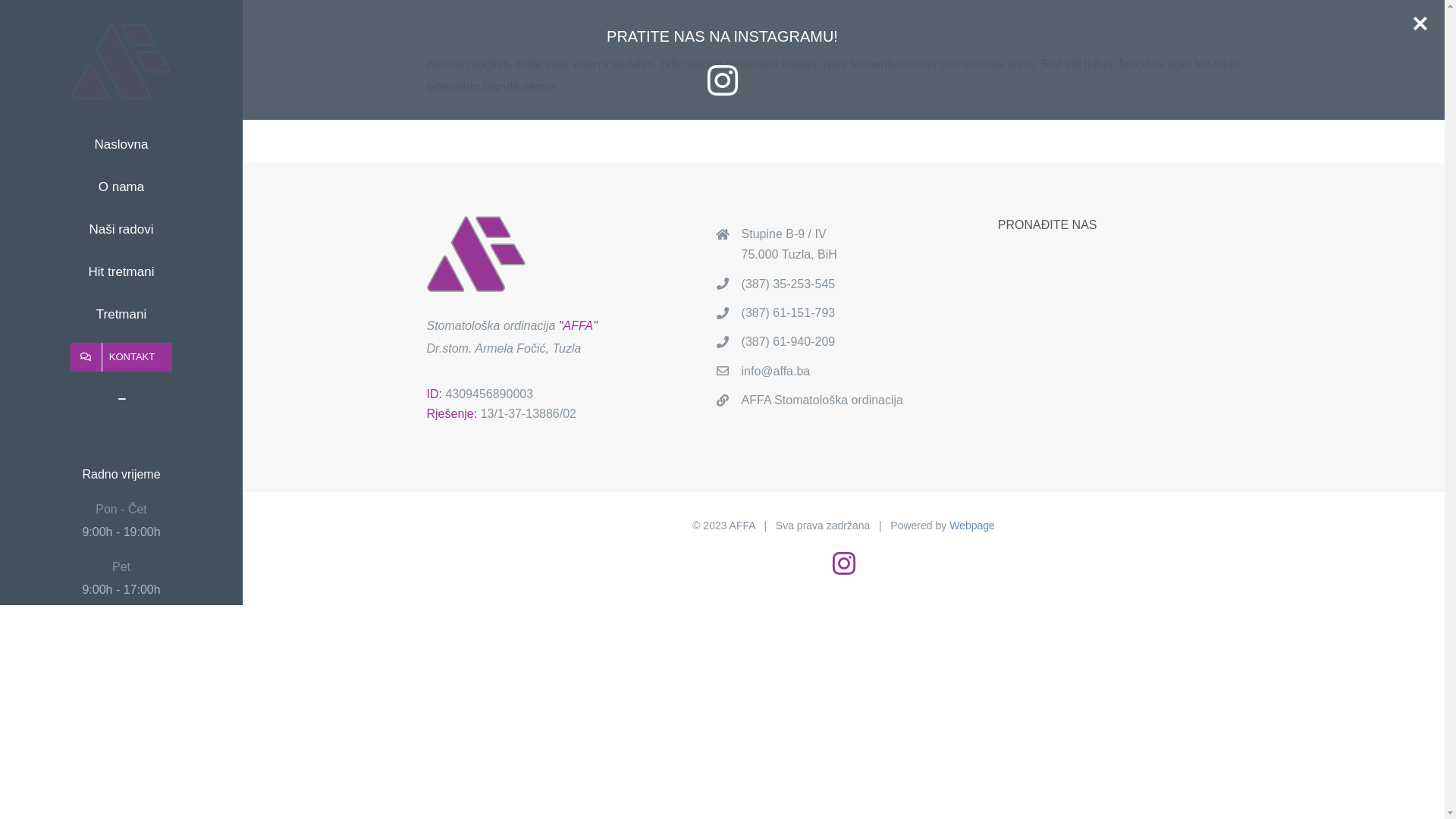 The width and height of the screenshot is (1456, 819). I want to click on 'KONTAKT', so click(120, 356).